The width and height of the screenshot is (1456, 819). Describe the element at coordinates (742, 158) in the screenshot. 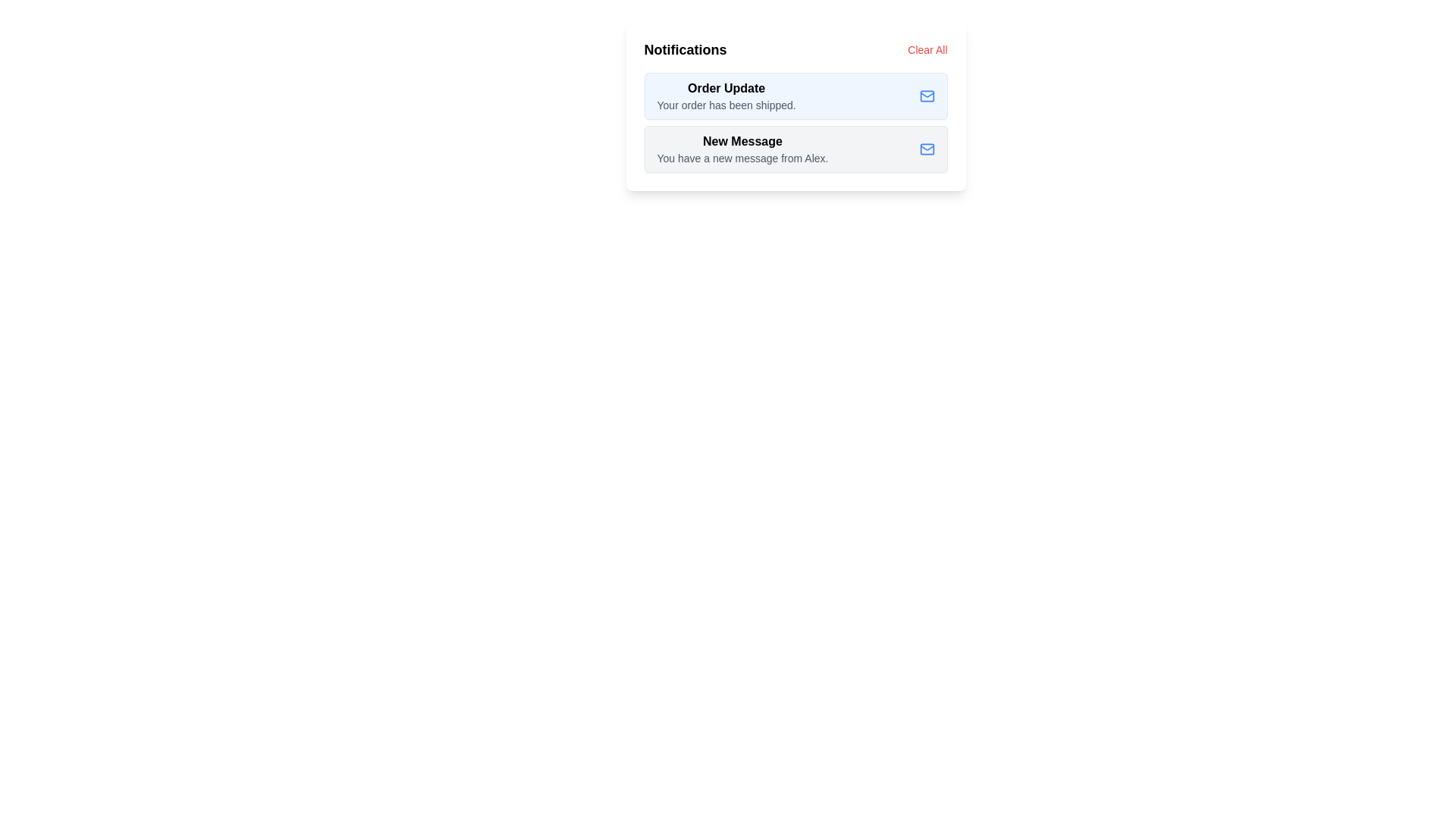

I see `notification description text located below the bold title 'New Message' in the 'Notifications' section` at that location.